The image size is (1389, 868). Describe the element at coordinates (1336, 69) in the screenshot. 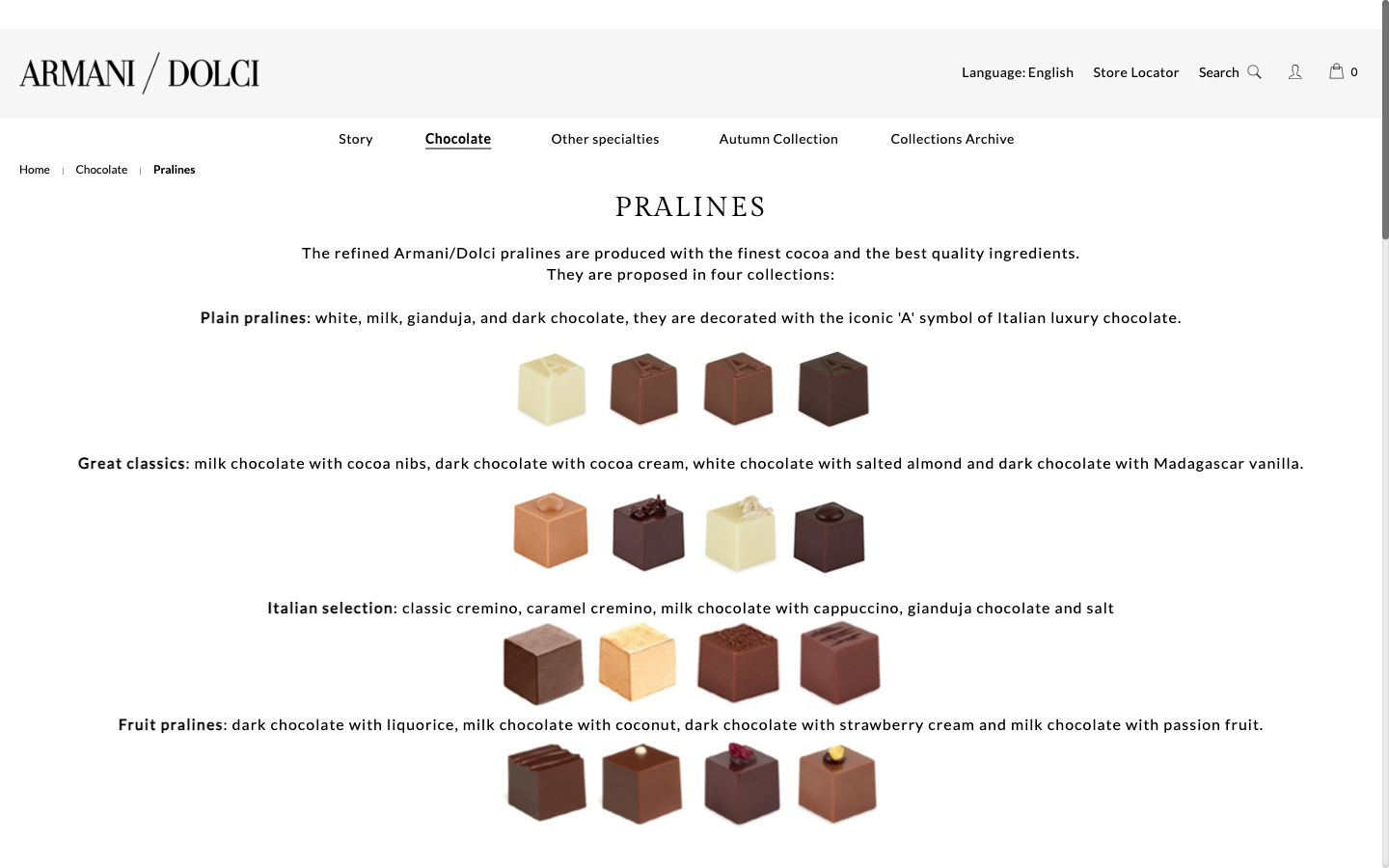

I see `the shopping cart by selecting the bag icon positioned in the upper right corner` at that location.